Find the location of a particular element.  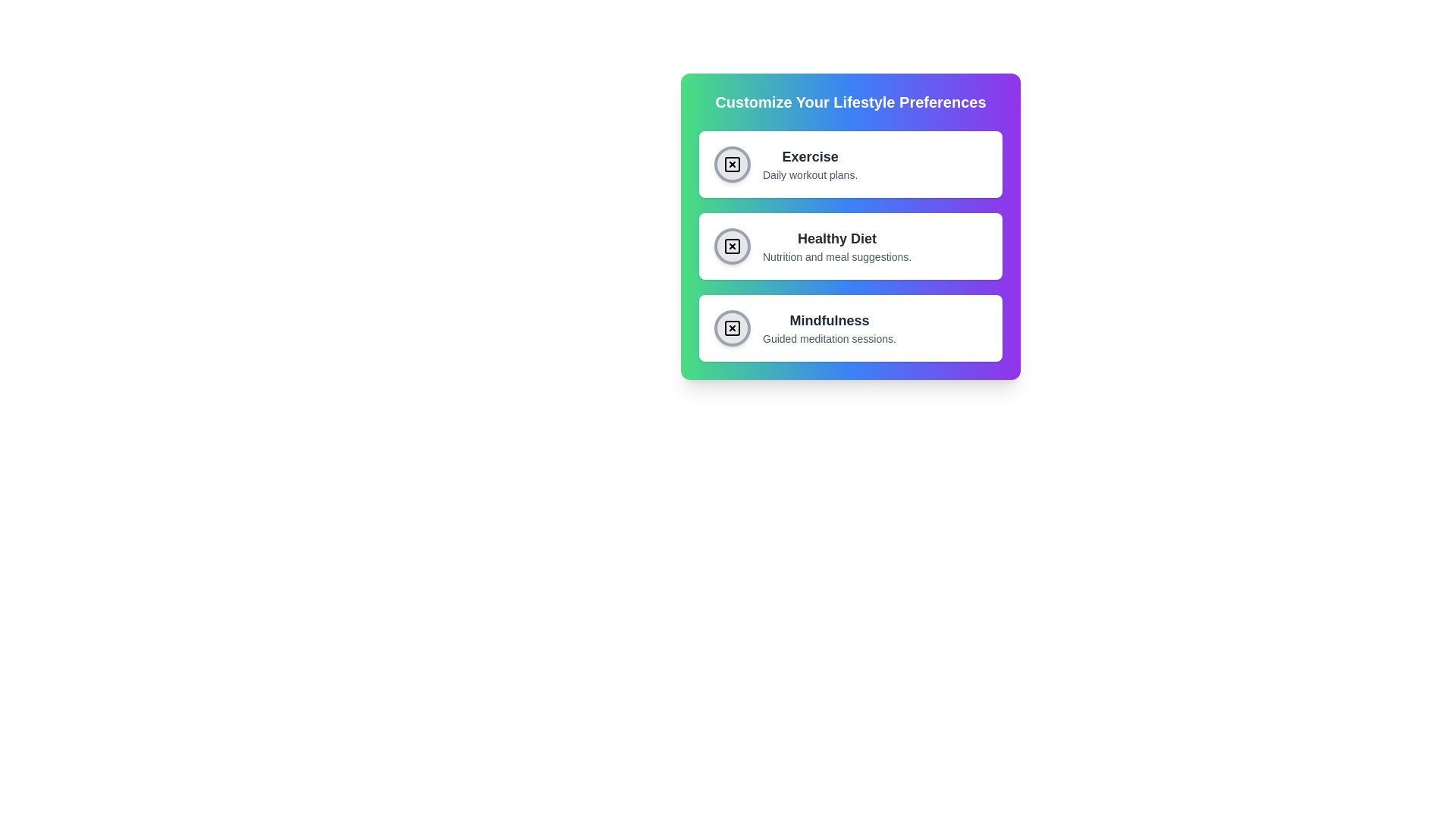

the text block that serves as a descriptor for a section related to exercise, which is located in the topmost card of a vertically stacked list, directly to the right of a circular icon with a bordered style is located at coordinates (809, 164).